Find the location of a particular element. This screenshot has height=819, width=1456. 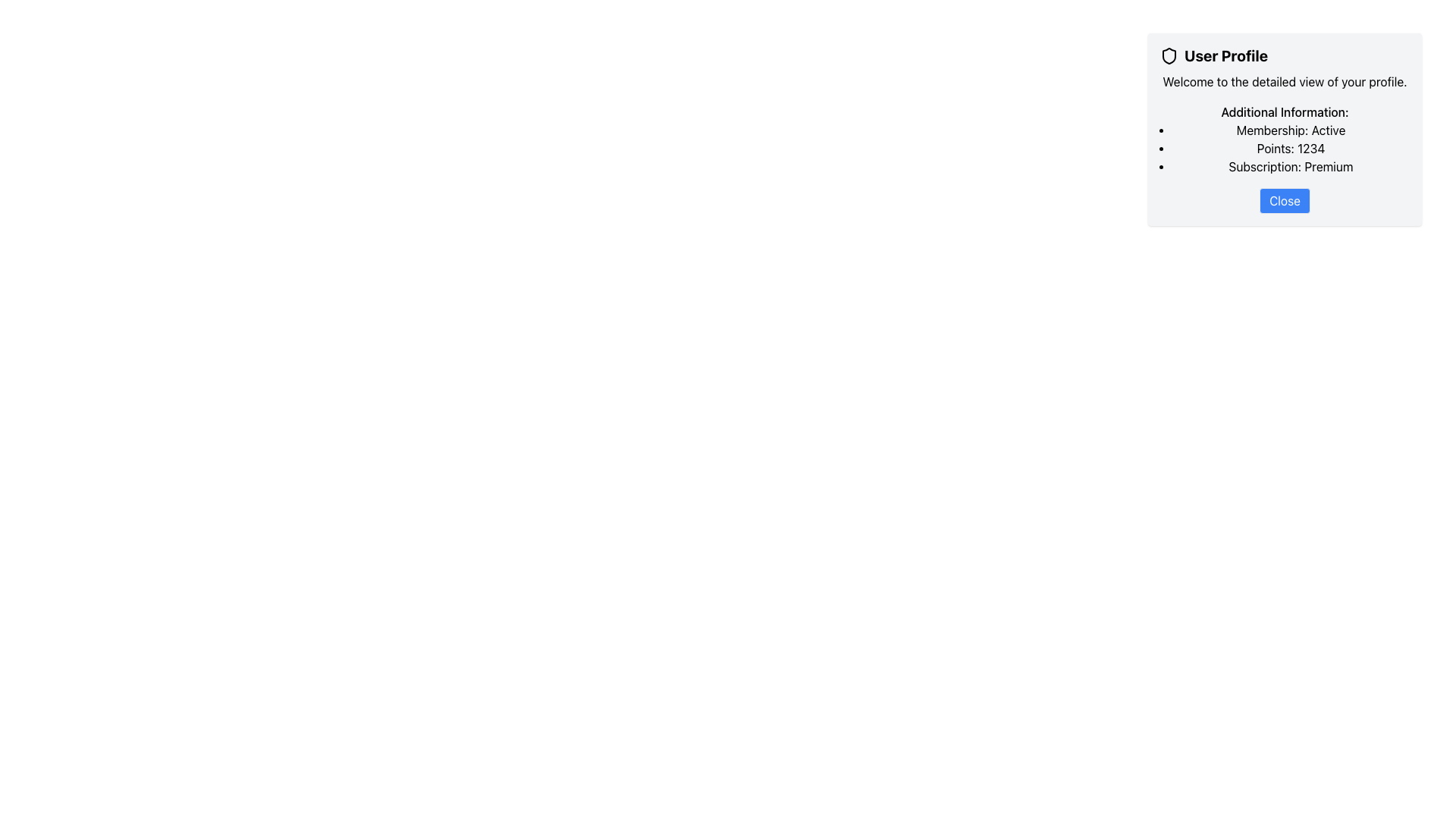

the text block labeled 'Additional Information:' which includes details such as 'Membership: Active', 'Points: 1234', and 'Subscription: Premium' is located at coordinates (1284, 140).